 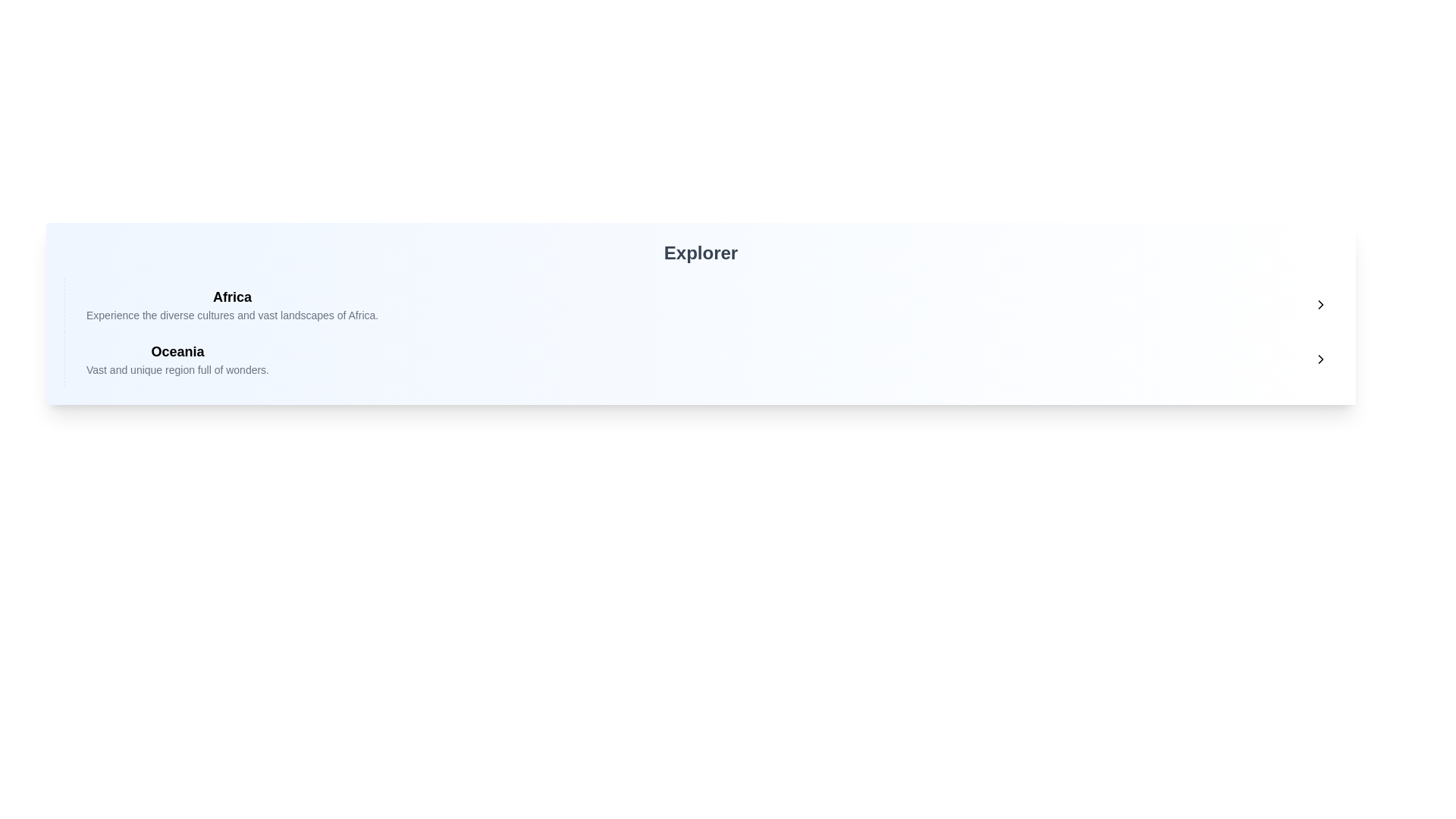 I want to click on the icon at the extreme right end of the 'Oceania' section for visual feedback, so click(x=1320, y=359).